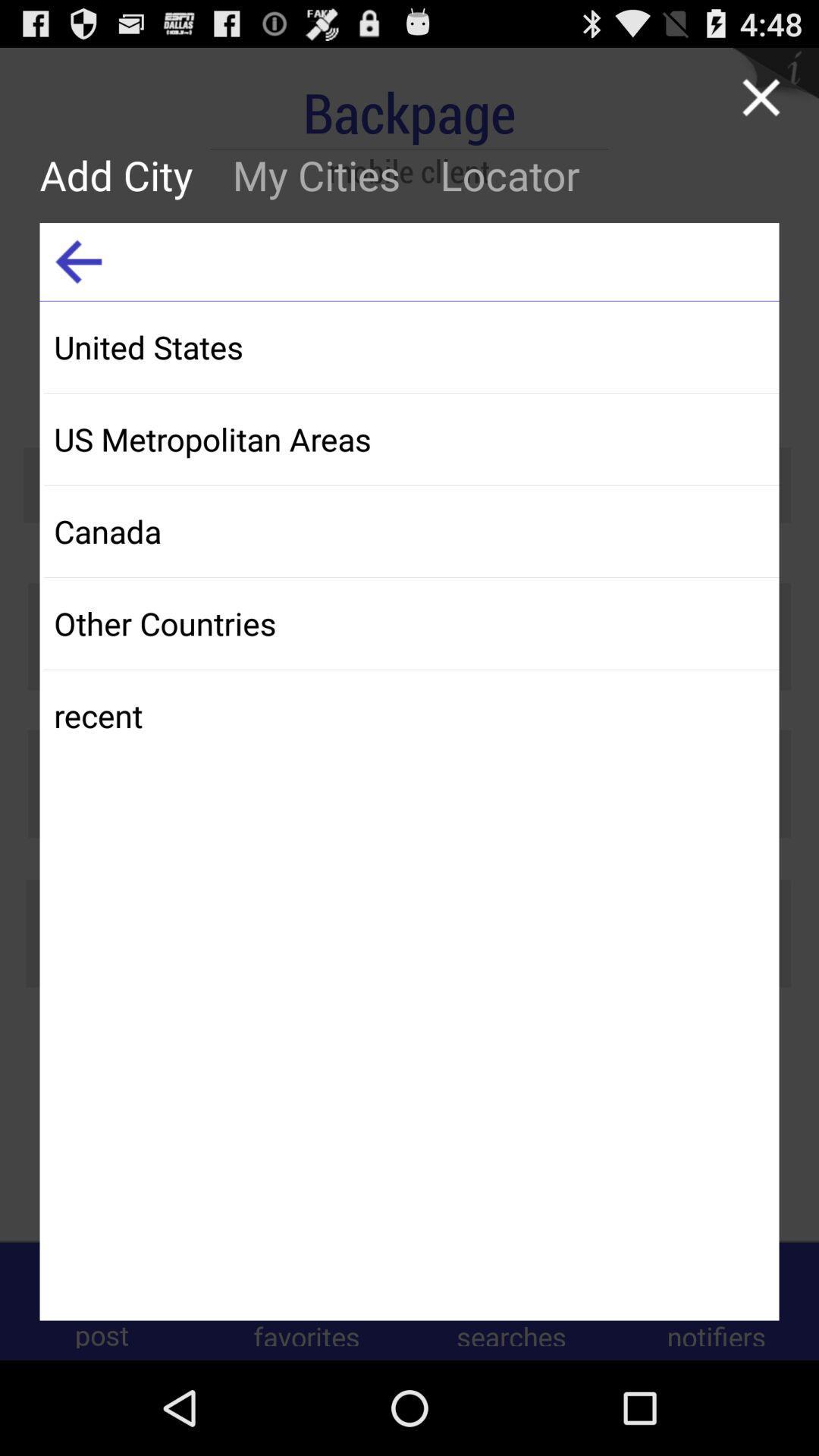 This screenshot has height=1456, width=819. Describe the element at coordinates (411, 623) in the screenshot. I see `other countries app` at that location.